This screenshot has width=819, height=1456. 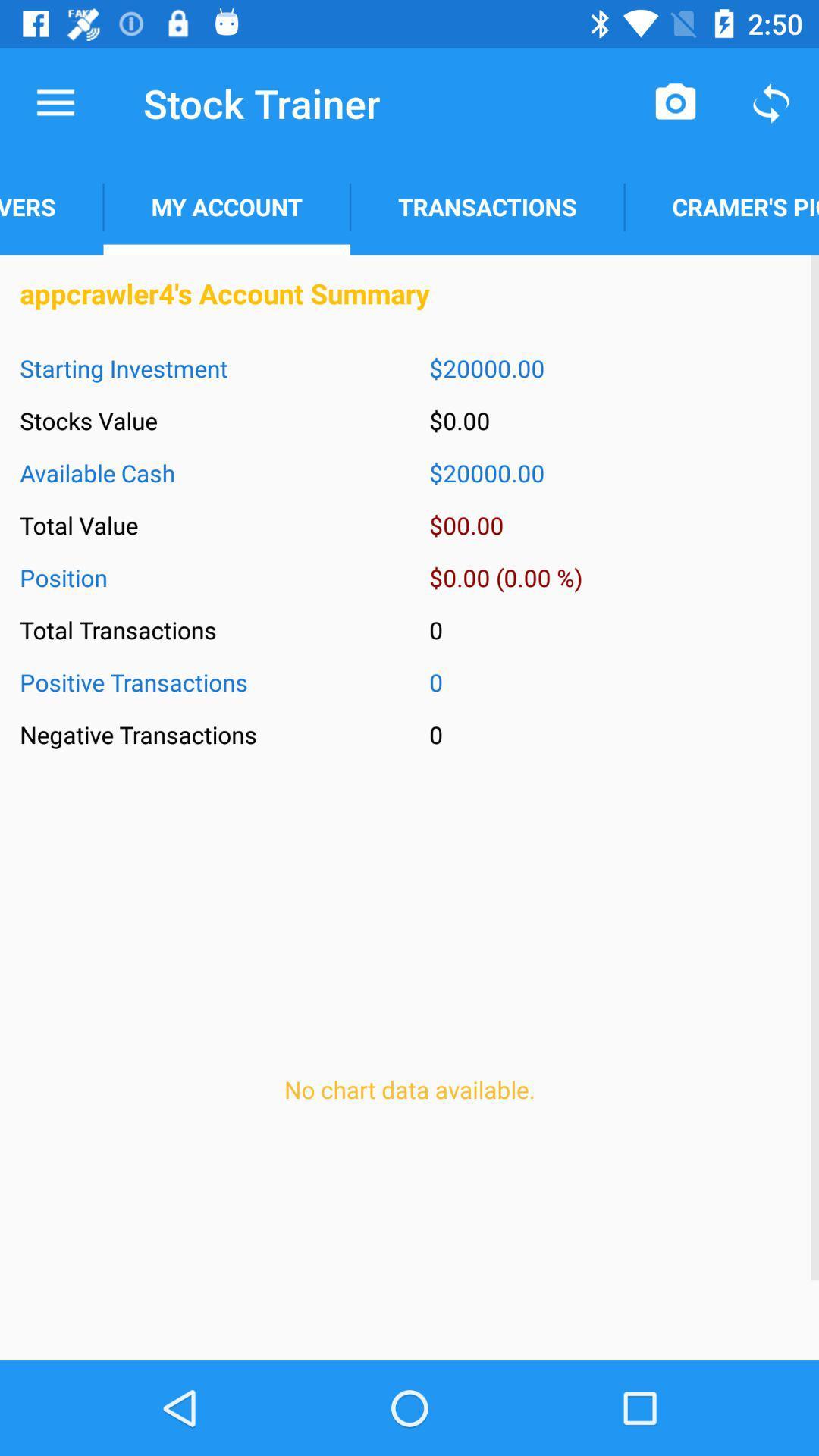 What do you see at coordinates (720, 206) in the screenshot?
I see `the cramer's picks app` at bounding box center [720, 206].